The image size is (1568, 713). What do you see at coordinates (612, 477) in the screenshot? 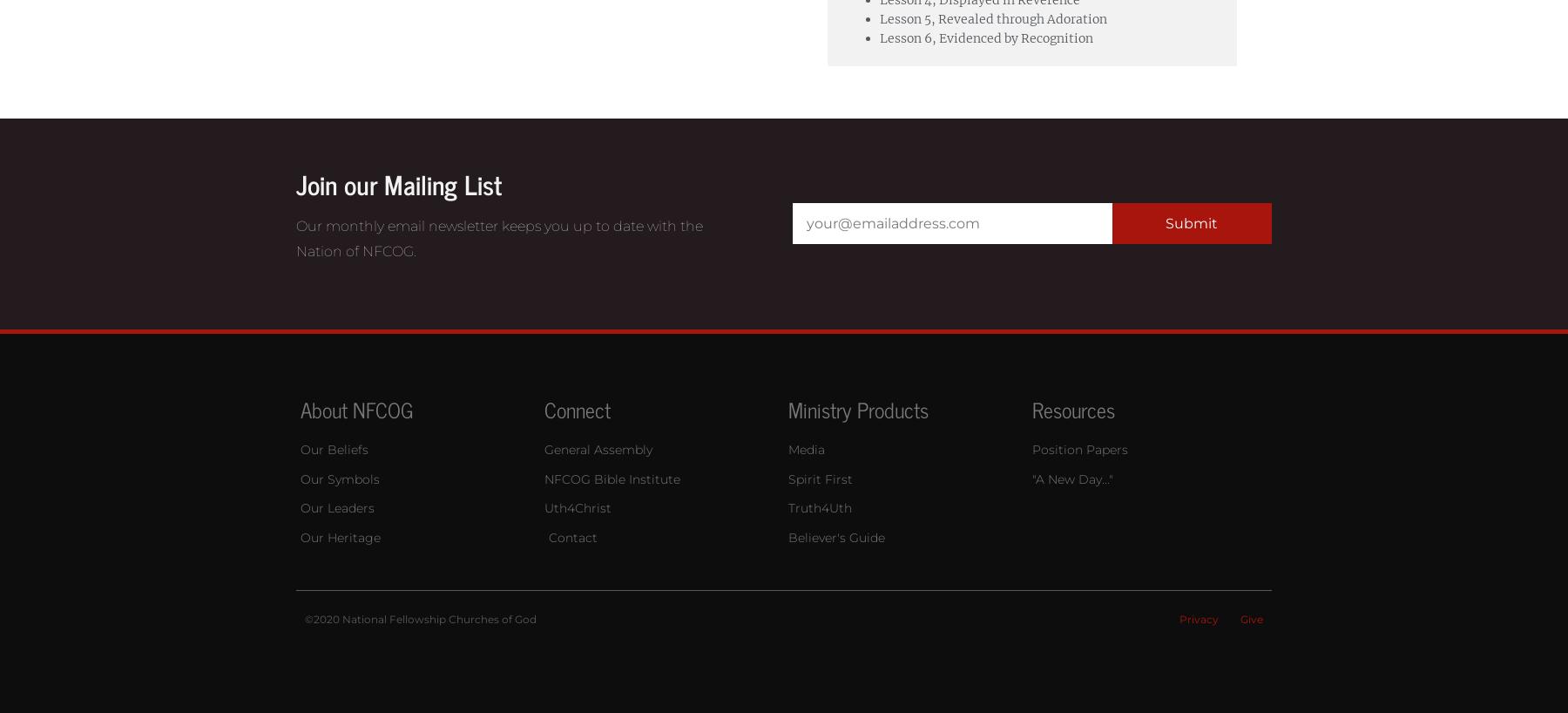
I see `'NFCOG Bible Institute'` at bounding box center [612, 477].